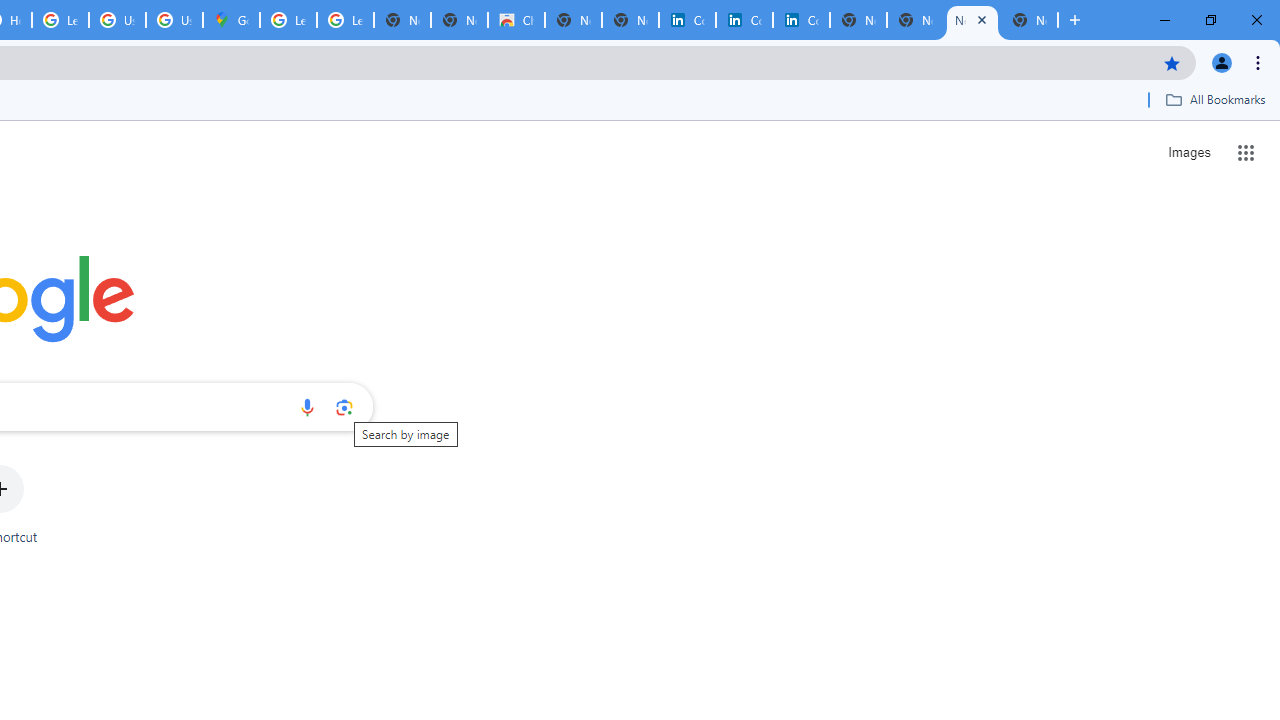 The width and height of the screenshot is (1280, 720). What do you see at coordinates (231, 20) in the screenshot?
I see `'Google Maps'` at bounding box center [231, 20].